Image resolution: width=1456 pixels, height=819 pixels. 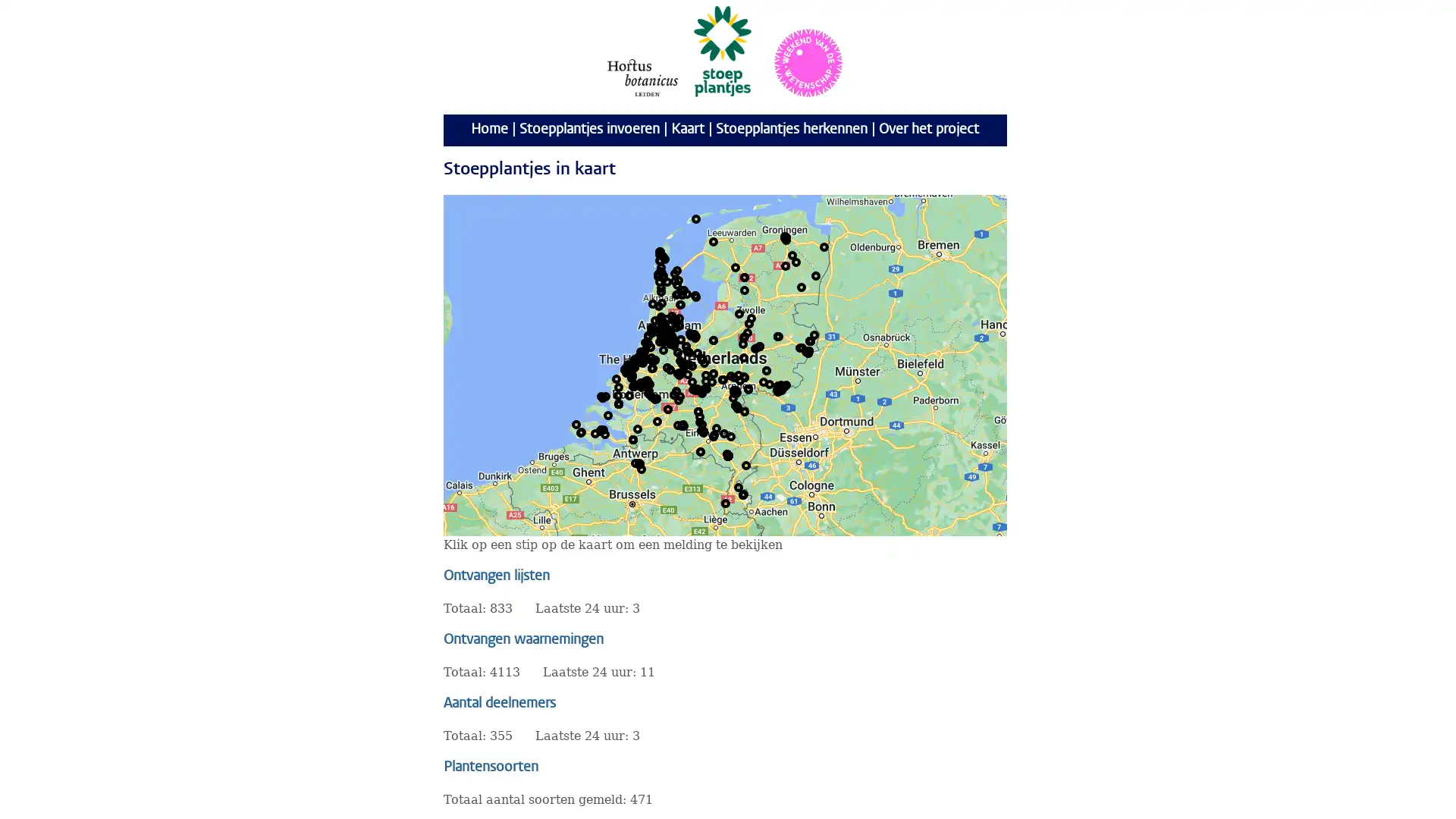 I want to click on Telling van Soraya op 09 oktober 2021, so click(x=658, y=305).